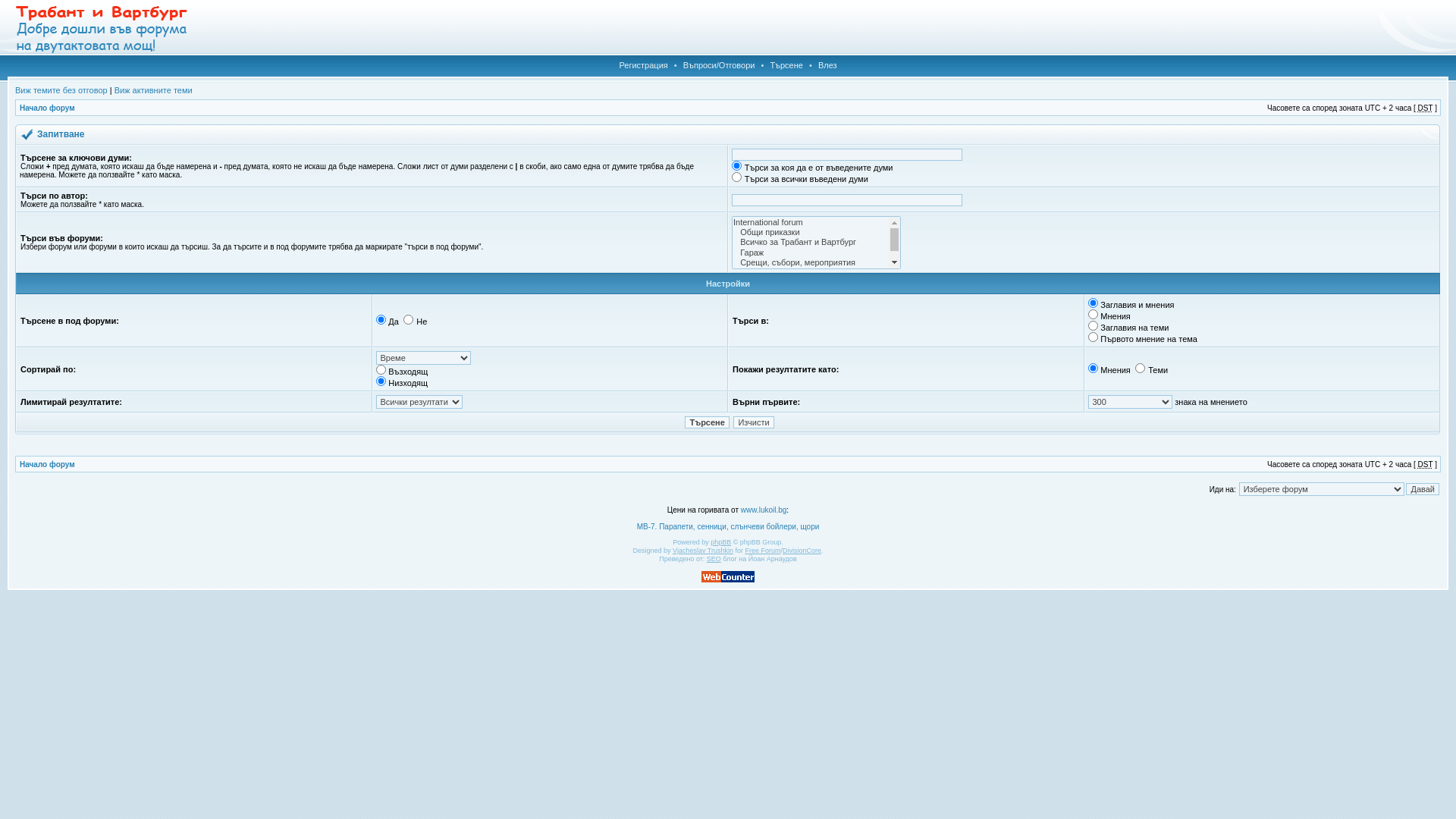  I want to click on 'SEO', so click(705, 558).